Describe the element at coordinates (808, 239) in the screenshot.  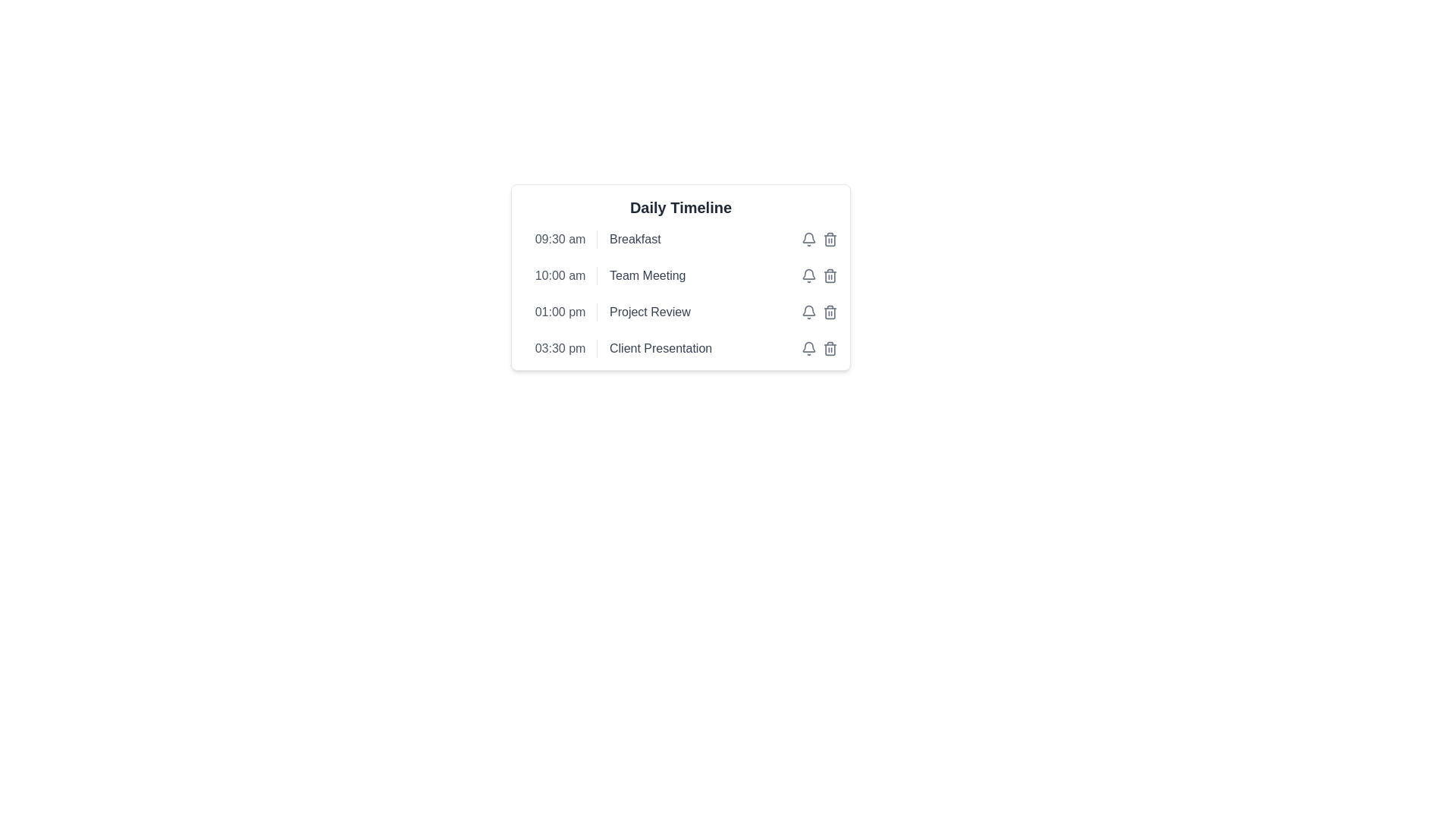
I see `the gray bell icon button located to the right of the 'Project Review' text label` at that location.